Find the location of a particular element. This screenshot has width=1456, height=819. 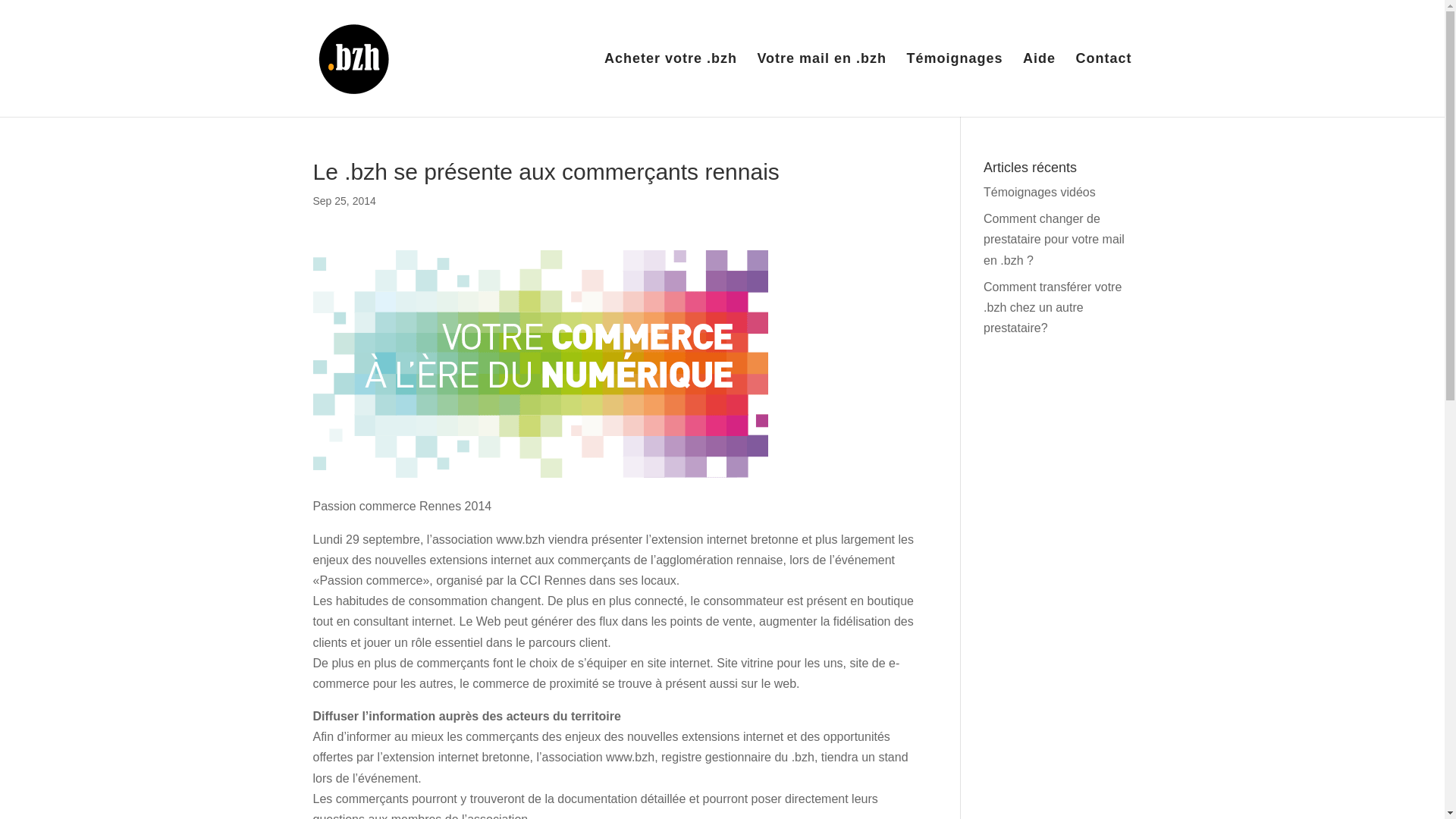

'Acheter votre .bzh' is located at coordinates (670, 84).